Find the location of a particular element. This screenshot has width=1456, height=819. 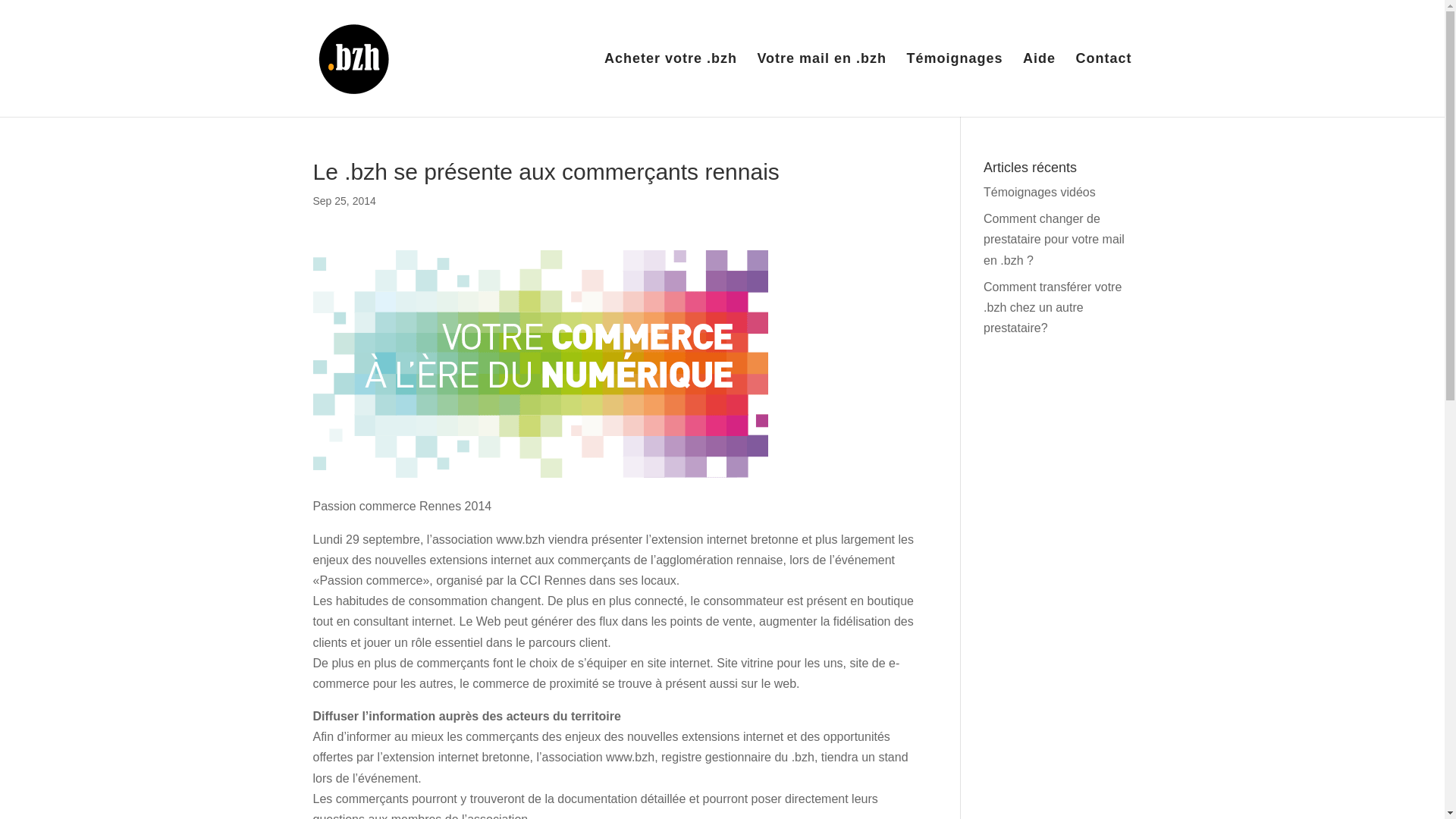

'Acheter votre .bzh' is located at coordinates (670, 84).